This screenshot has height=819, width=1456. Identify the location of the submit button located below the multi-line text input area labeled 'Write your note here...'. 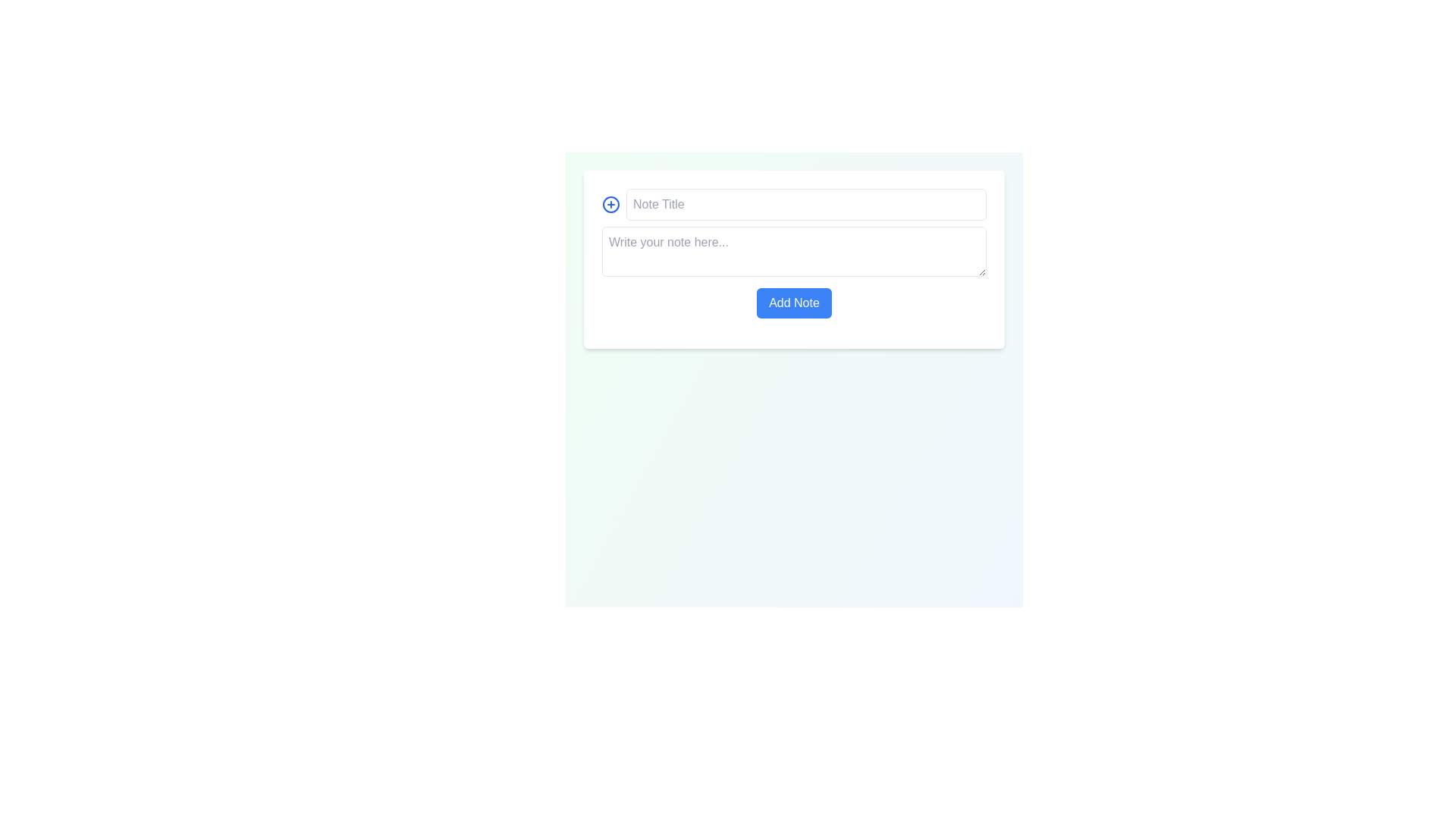
(793, 303).